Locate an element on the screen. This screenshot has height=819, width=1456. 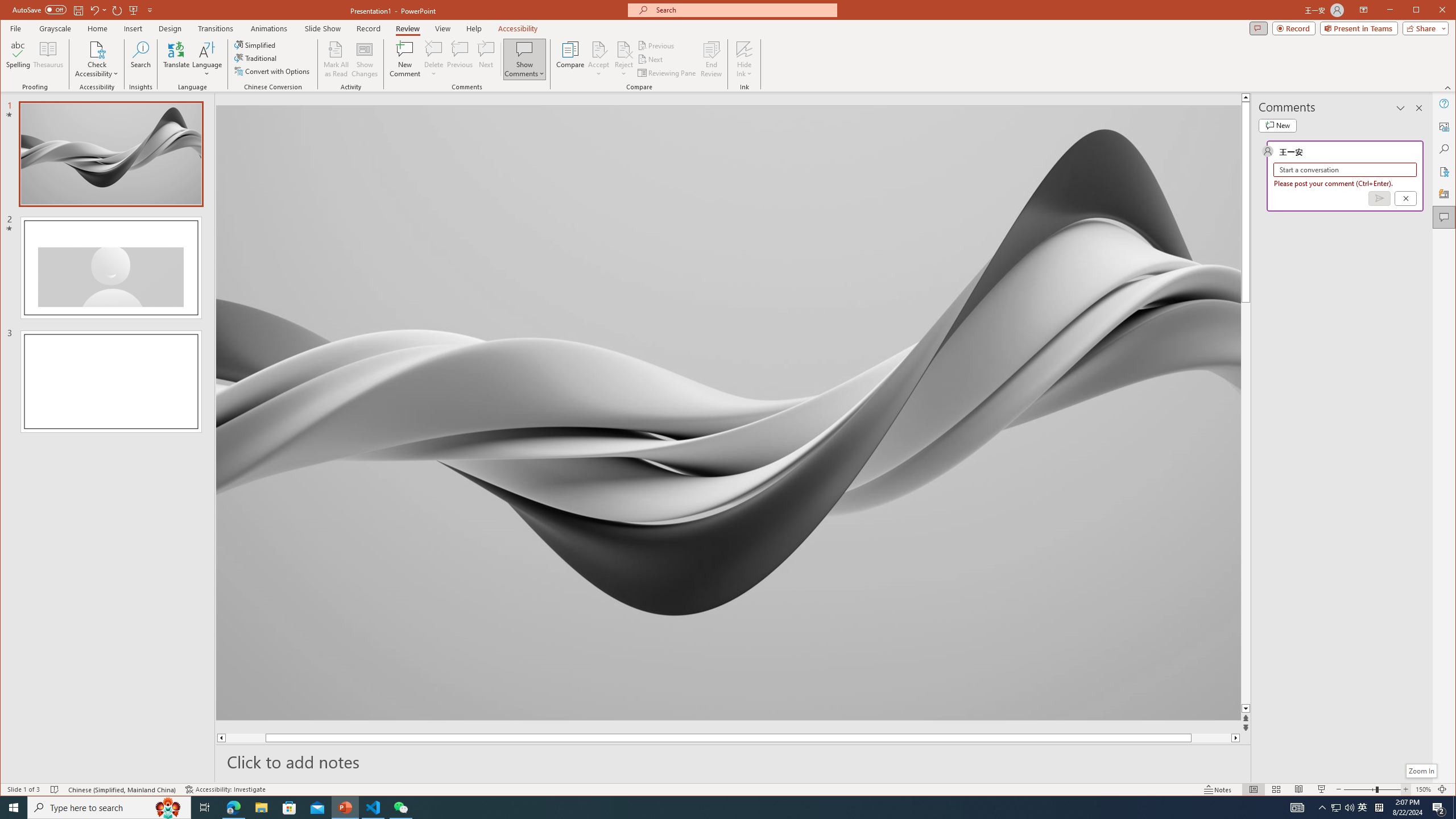
'Compare' is located at coordinates (570, 59).